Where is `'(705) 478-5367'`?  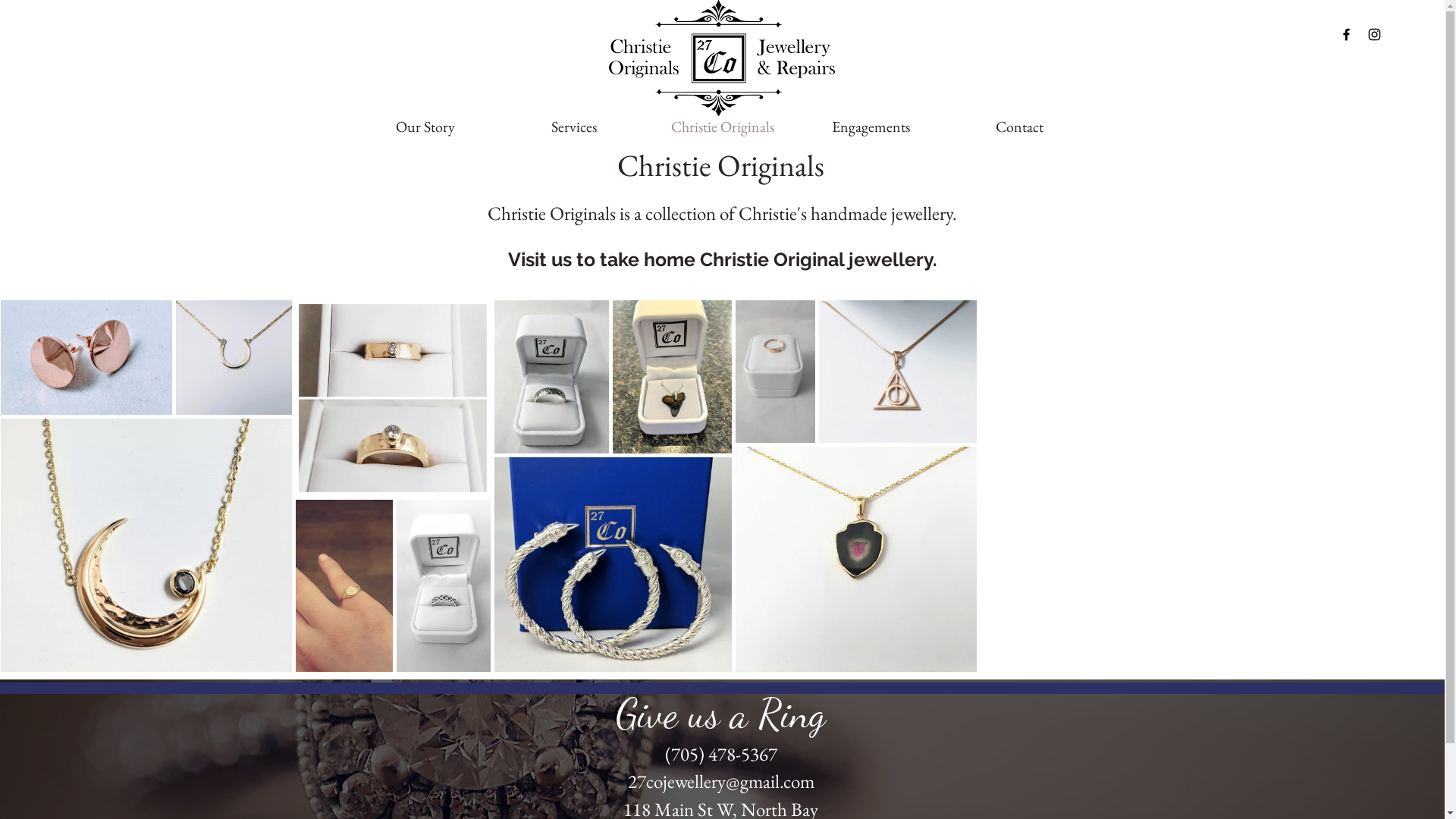 '(705) 478-5367' is located at coordinates (720, 754).